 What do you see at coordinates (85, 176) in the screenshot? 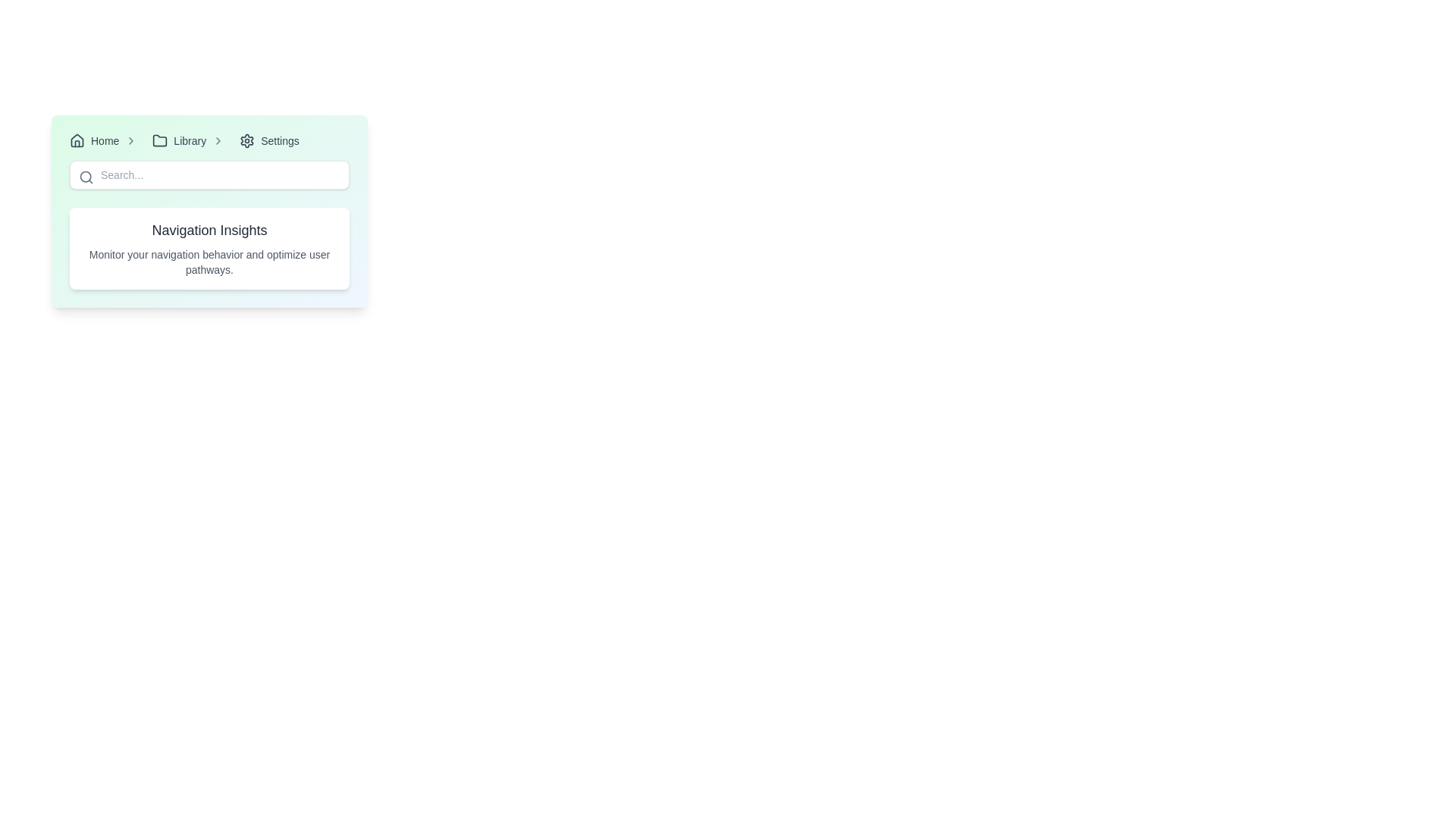
I see `the SVG circle that is part of the search icon located near the top-left corner of the interface, underneath the main navigation bar` at bounding box center [85, 176].